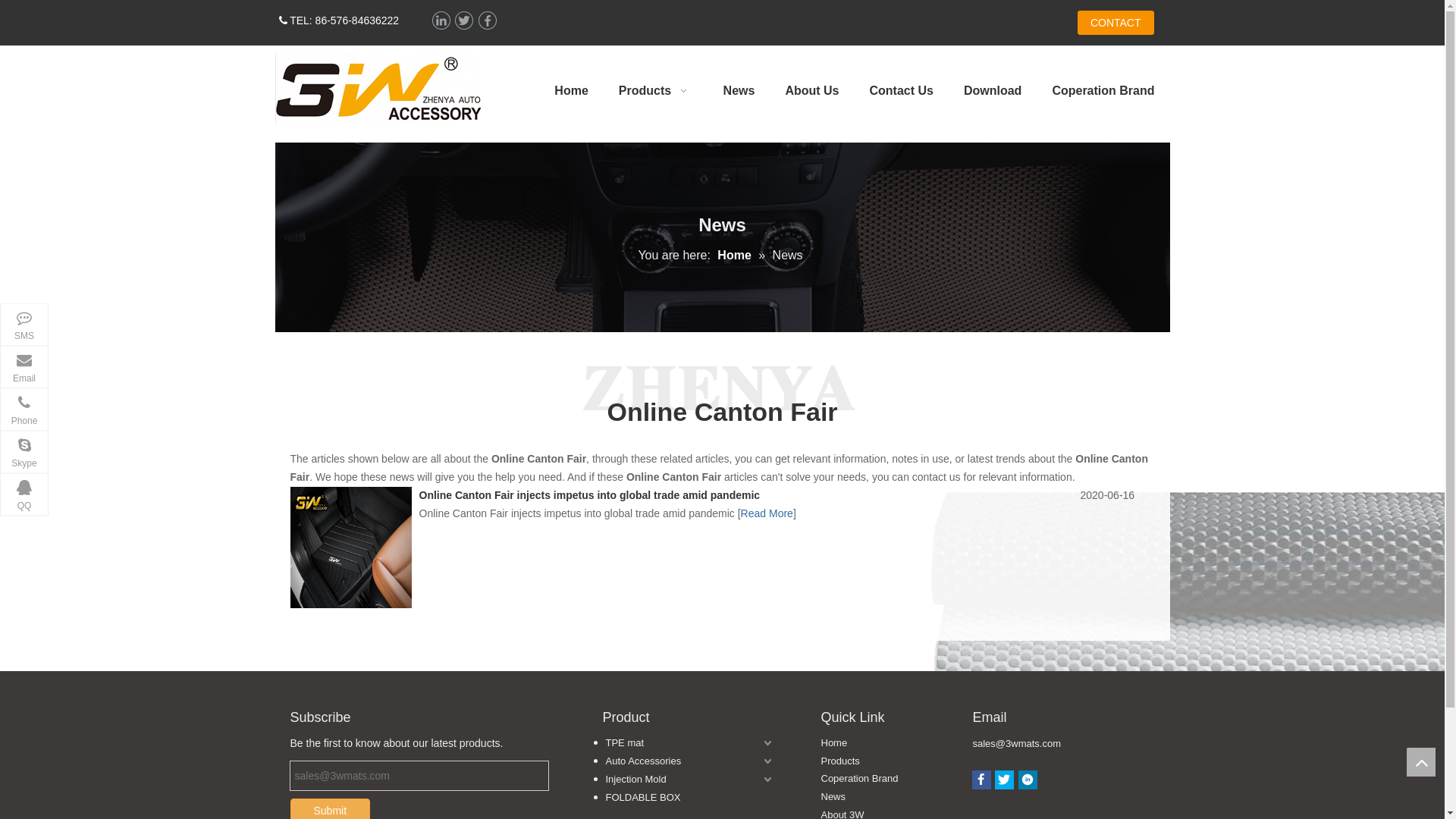  What do you see at coordinates (24, 324) in the screenshot?
I see `'SMS'` at bounding box center [24, 324].